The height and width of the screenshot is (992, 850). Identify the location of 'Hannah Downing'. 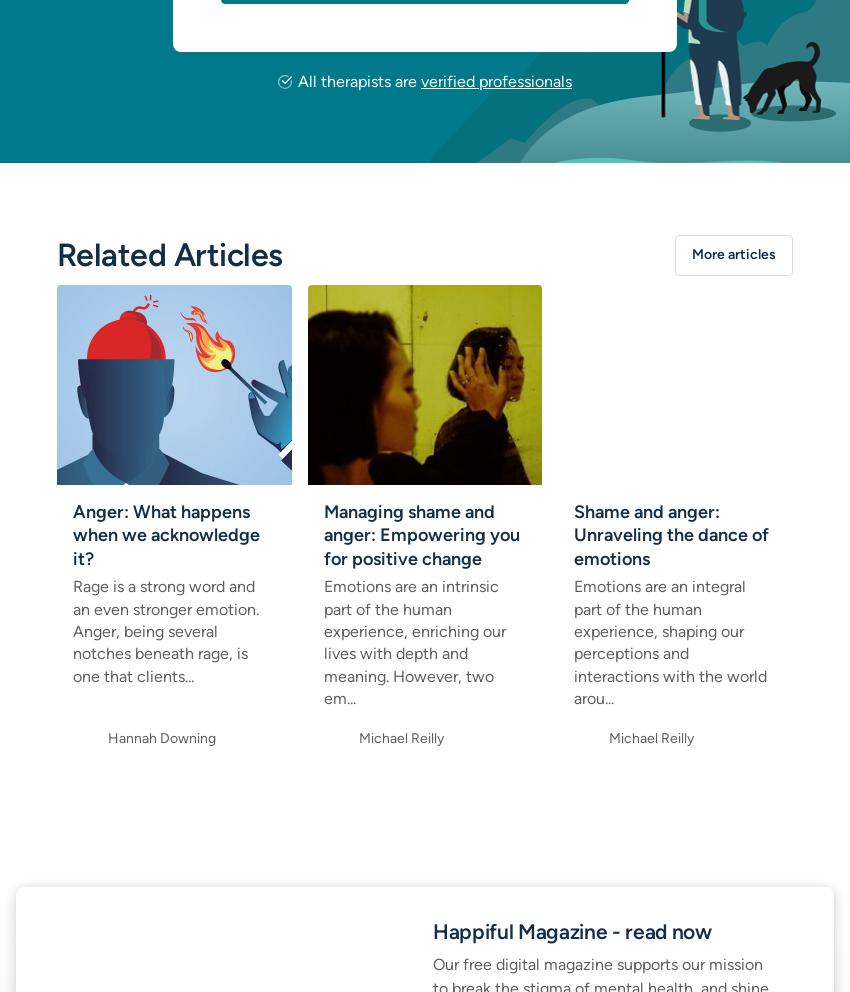
(107, 737).